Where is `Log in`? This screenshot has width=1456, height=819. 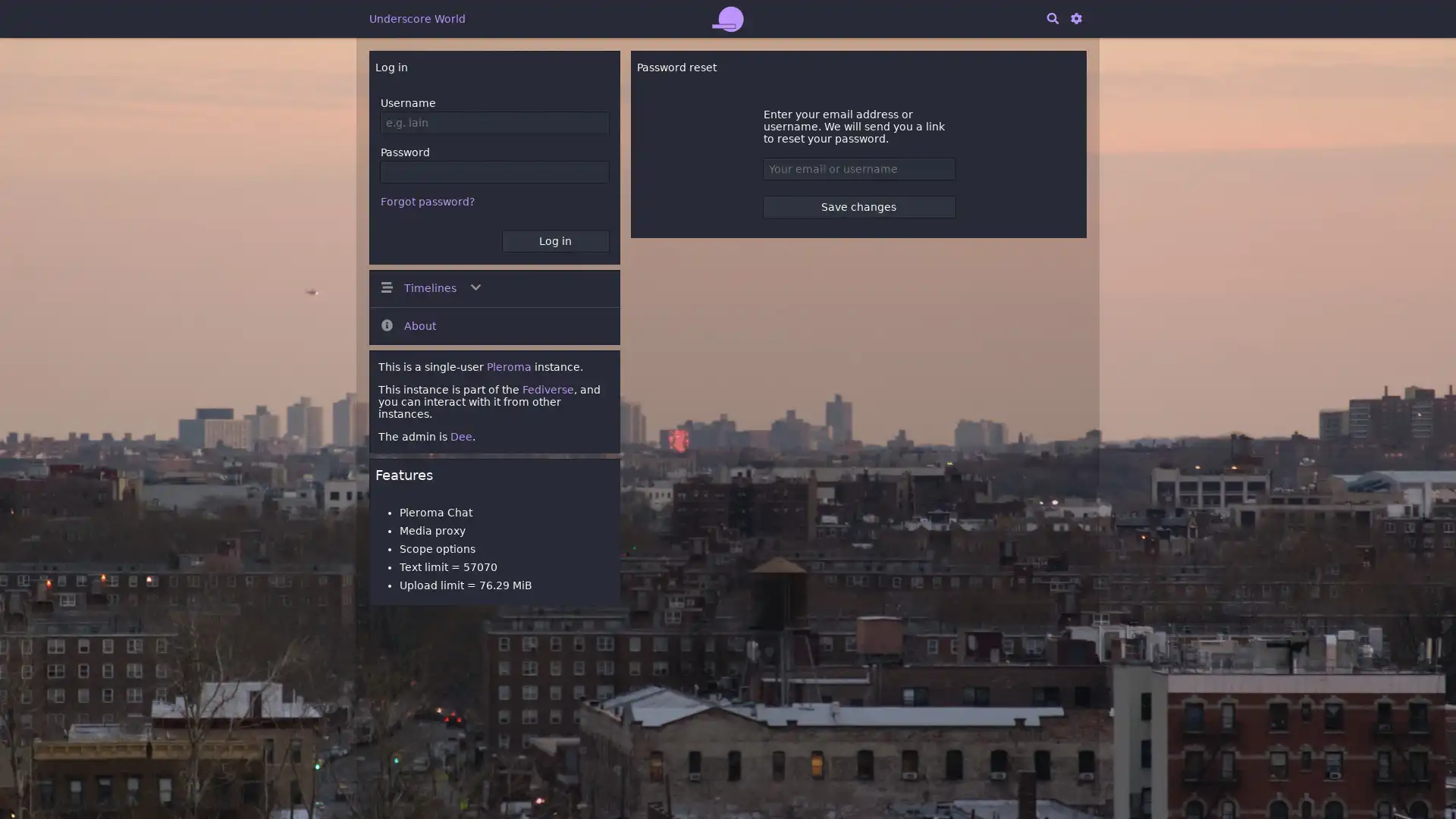 Log in is located at coordinates (554, 240).